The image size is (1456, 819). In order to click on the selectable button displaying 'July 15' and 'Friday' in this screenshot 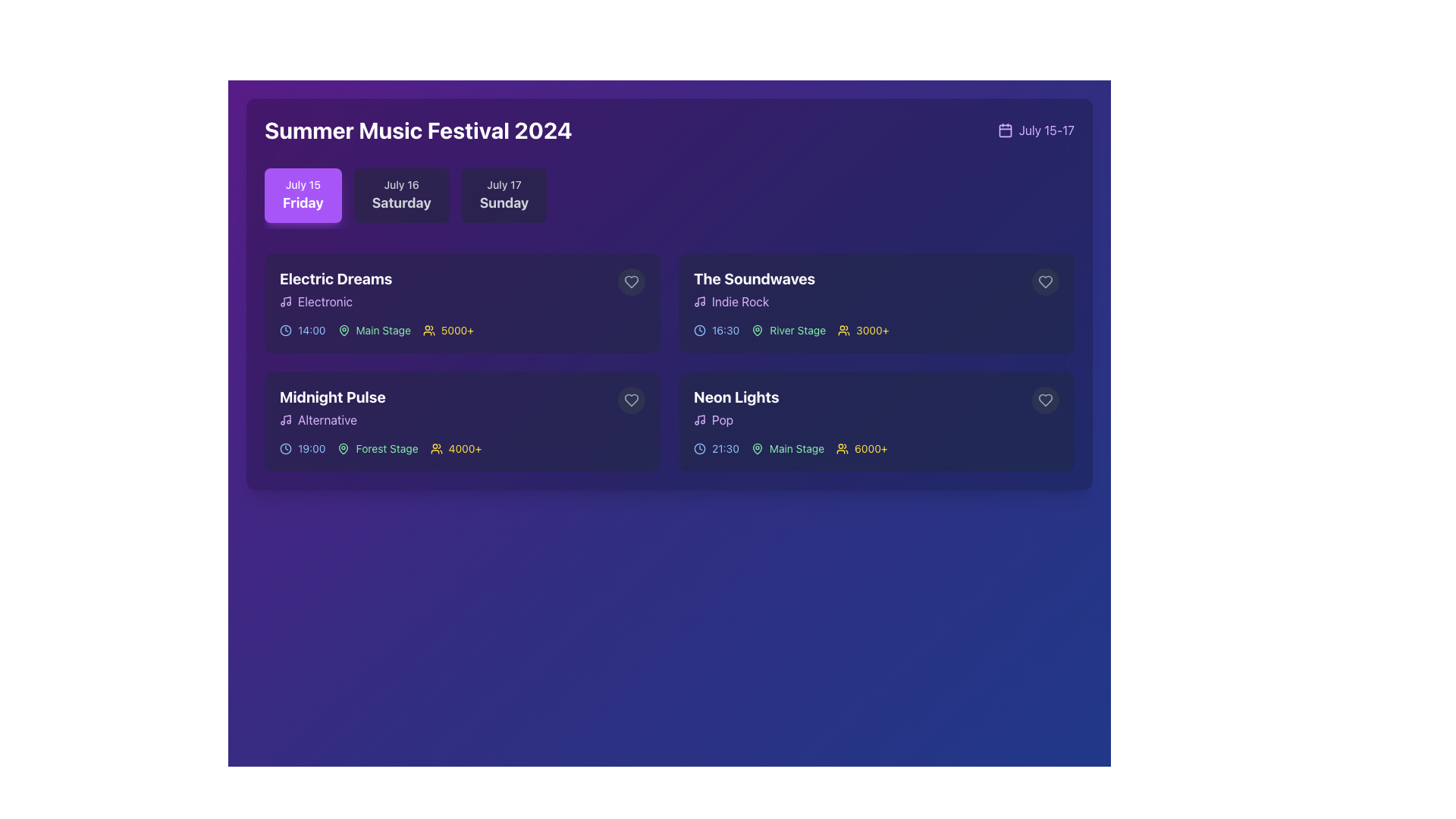, I will do `click(303, 195)`.